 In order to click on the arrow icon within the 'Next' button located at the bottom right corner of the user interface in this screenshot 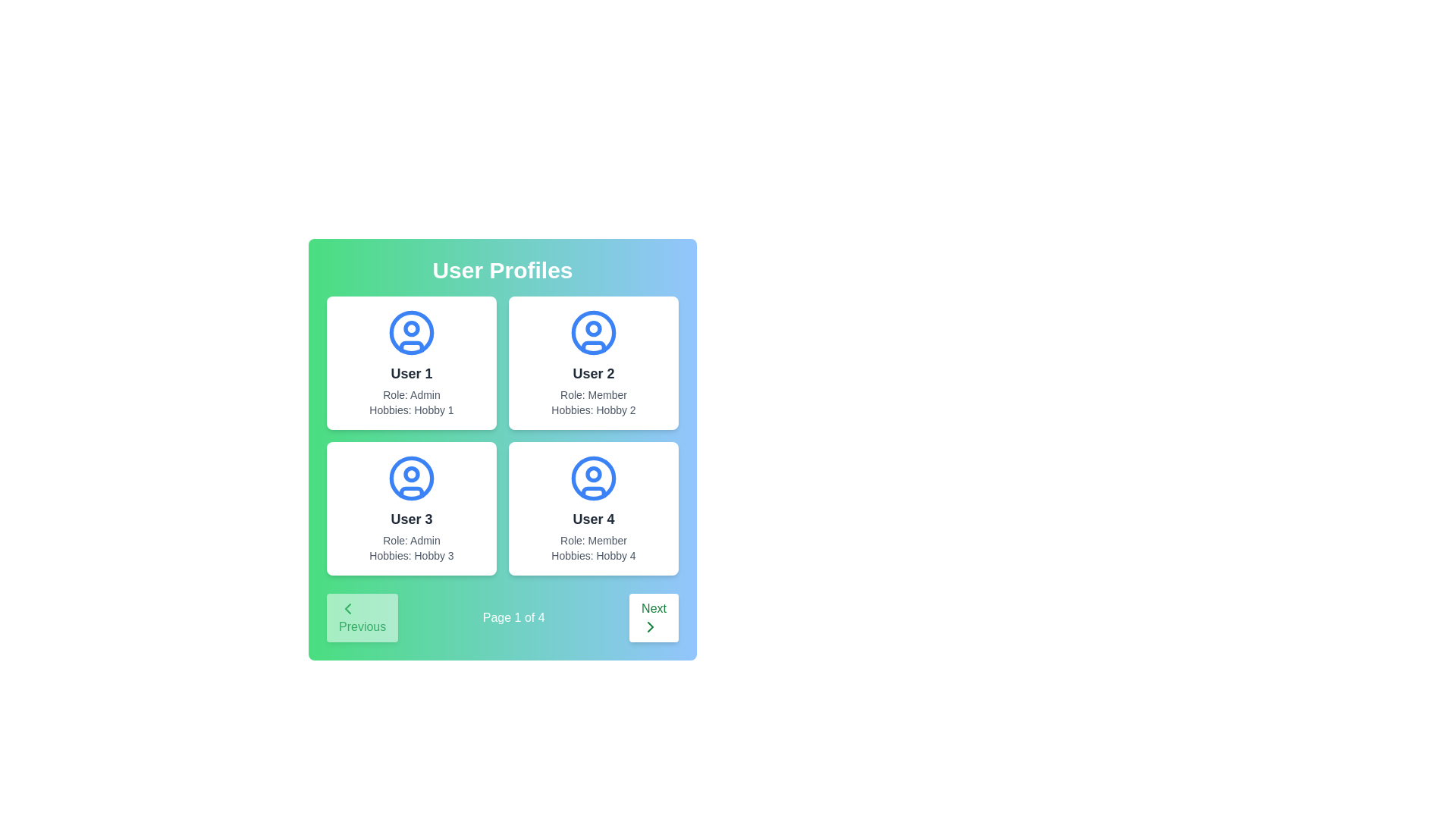, I will do `click(651, 626)`.